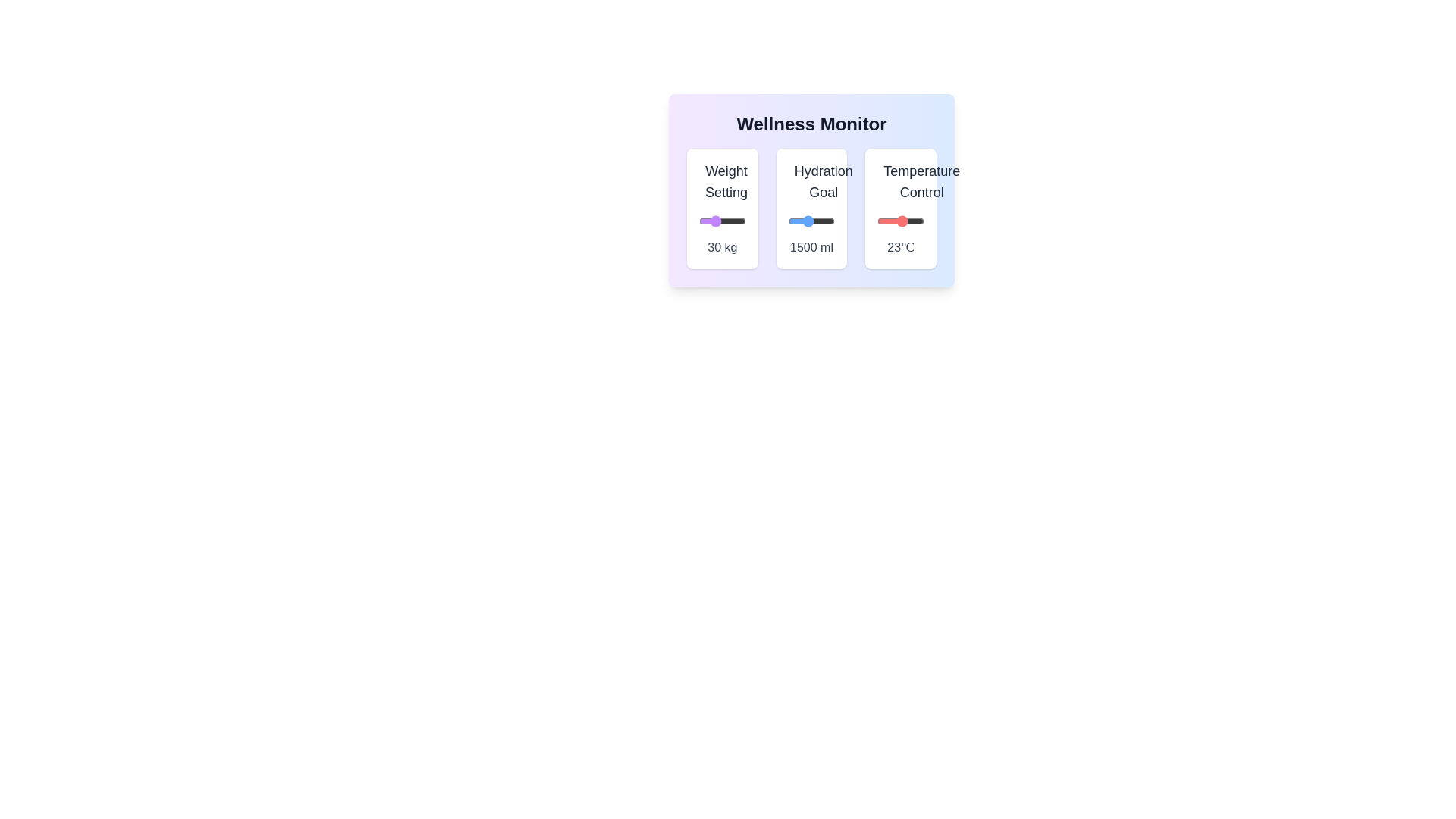 The width and height of the screenshot is (1456, 819). What do you see at coordinates (724, 221) in the screenshot?
I see `weight` at bounding box center [724, 221].